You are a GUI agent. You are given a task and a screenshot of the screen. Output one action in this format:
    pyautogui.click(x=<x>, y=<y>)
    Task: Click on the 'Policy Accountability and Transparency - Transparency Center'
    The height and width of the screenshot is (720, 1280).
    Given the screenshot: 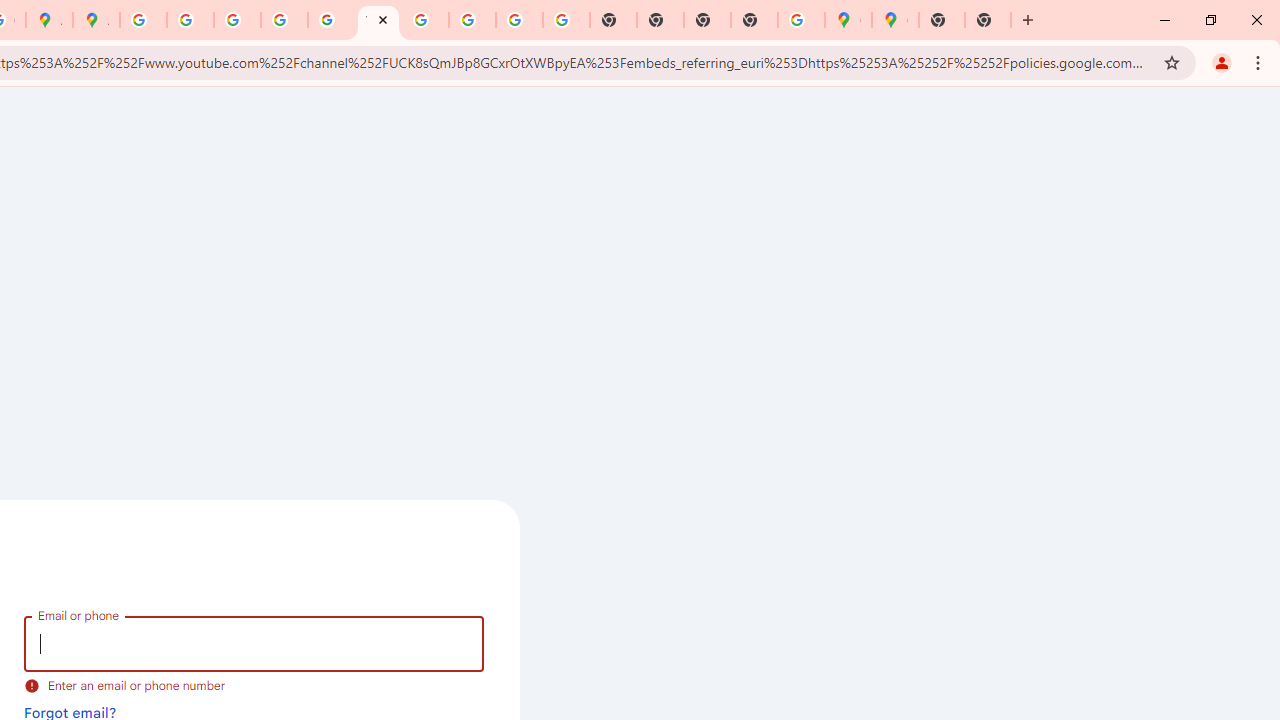 What is the action you would take?
    pyautogui.click(x=143, y=20)
    